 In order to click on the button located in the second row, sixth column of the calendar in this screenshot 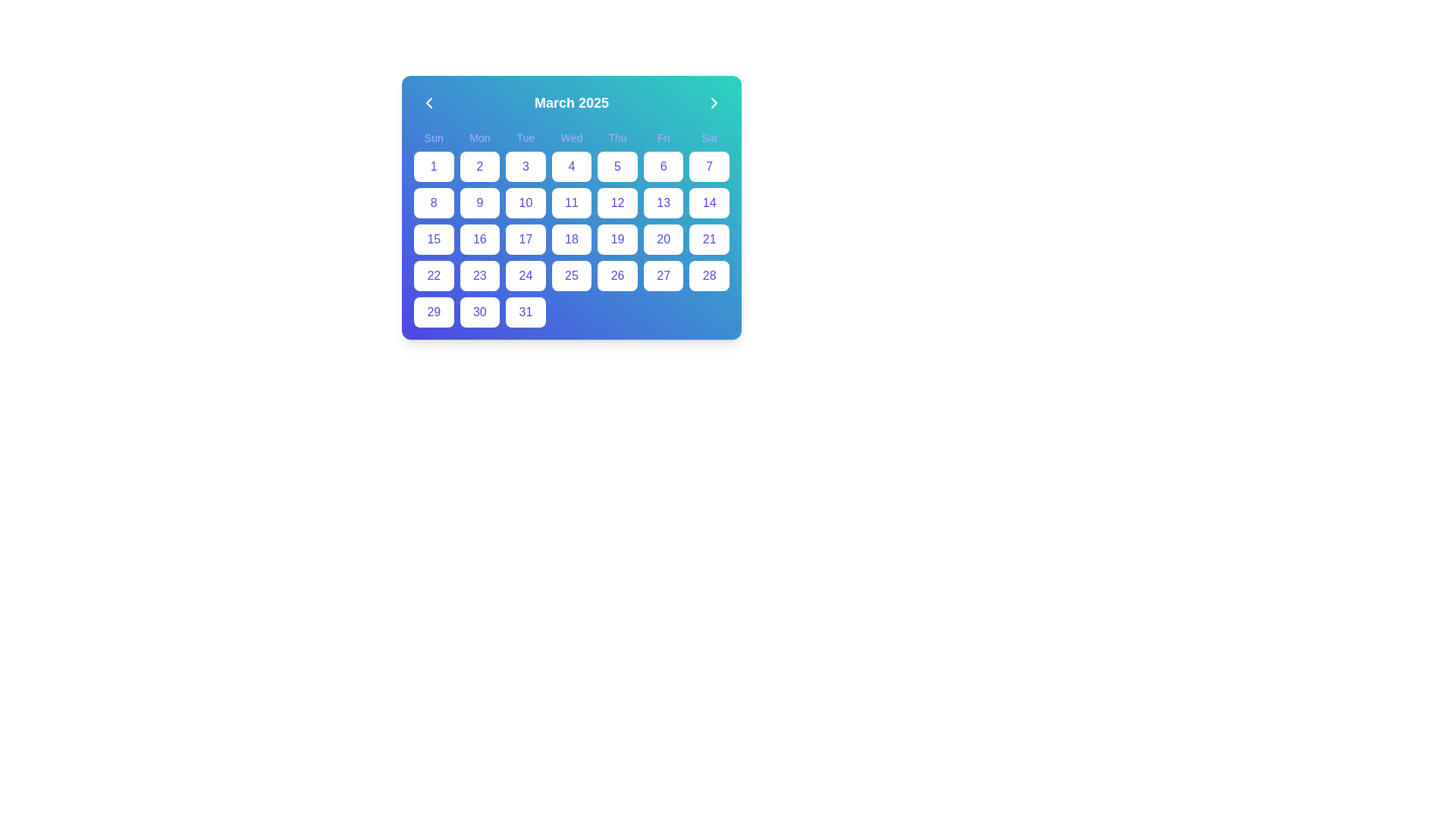, I will do `click(663, 166)`.